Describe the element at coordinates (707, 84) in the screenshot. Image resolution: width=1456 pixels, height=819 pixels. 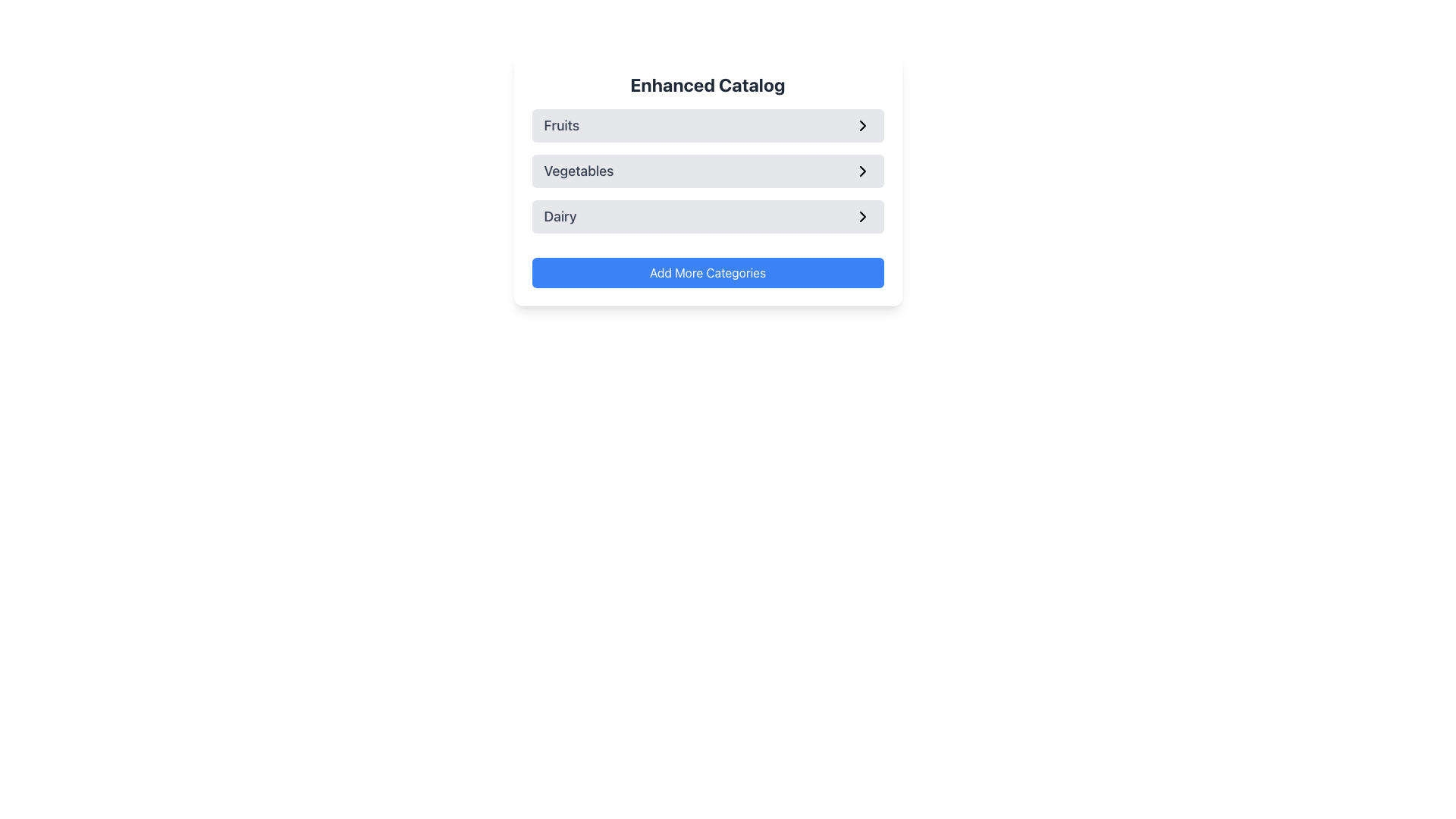
I see `the large bold title text labeled 'Enhanced Catalog' located at the top-center of the interface, just above the category buttons` at that location.